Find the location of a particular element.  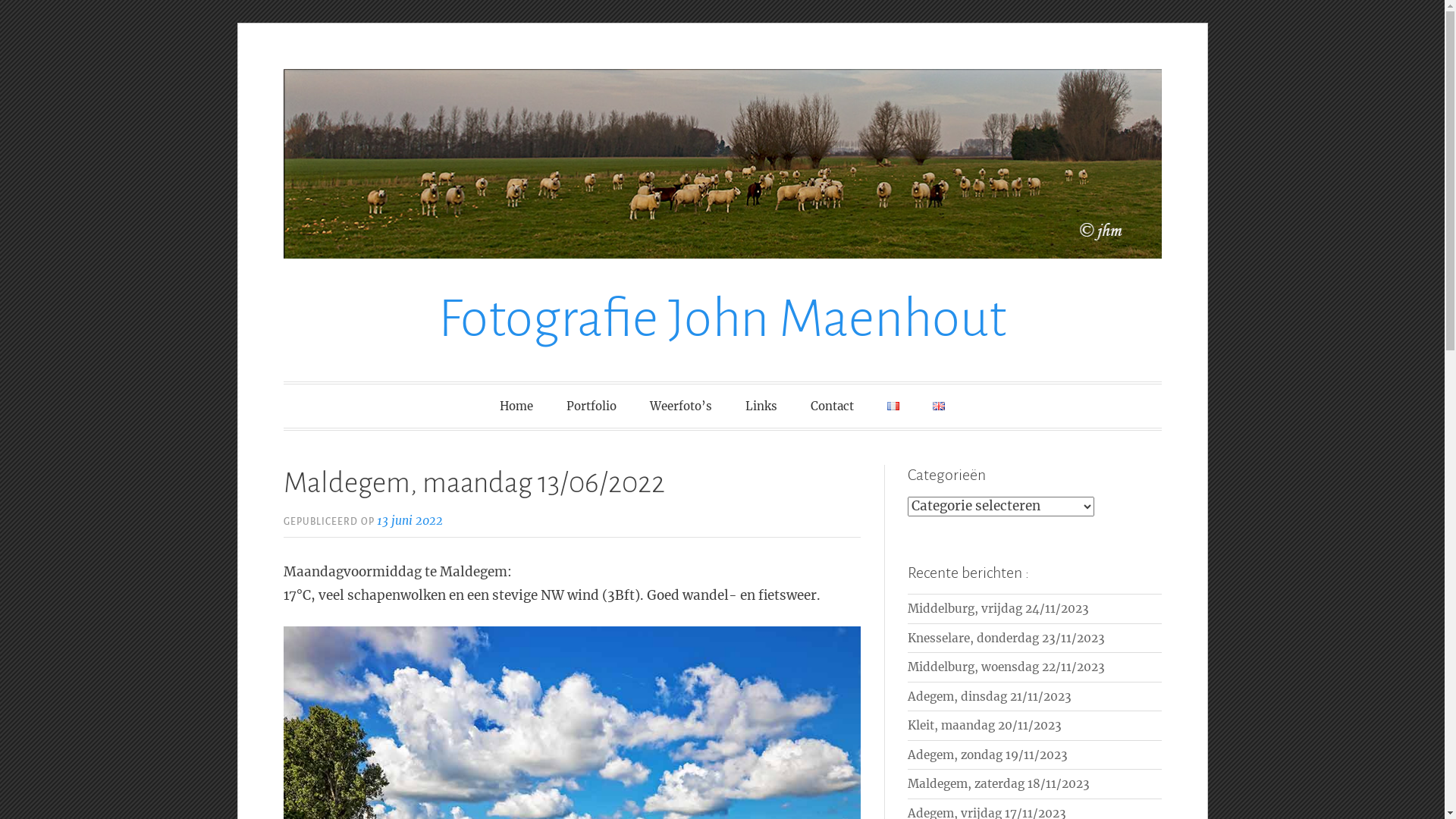

'Maldegem, zaterdag 18/11/2023' is located at coordinates (998, 783).